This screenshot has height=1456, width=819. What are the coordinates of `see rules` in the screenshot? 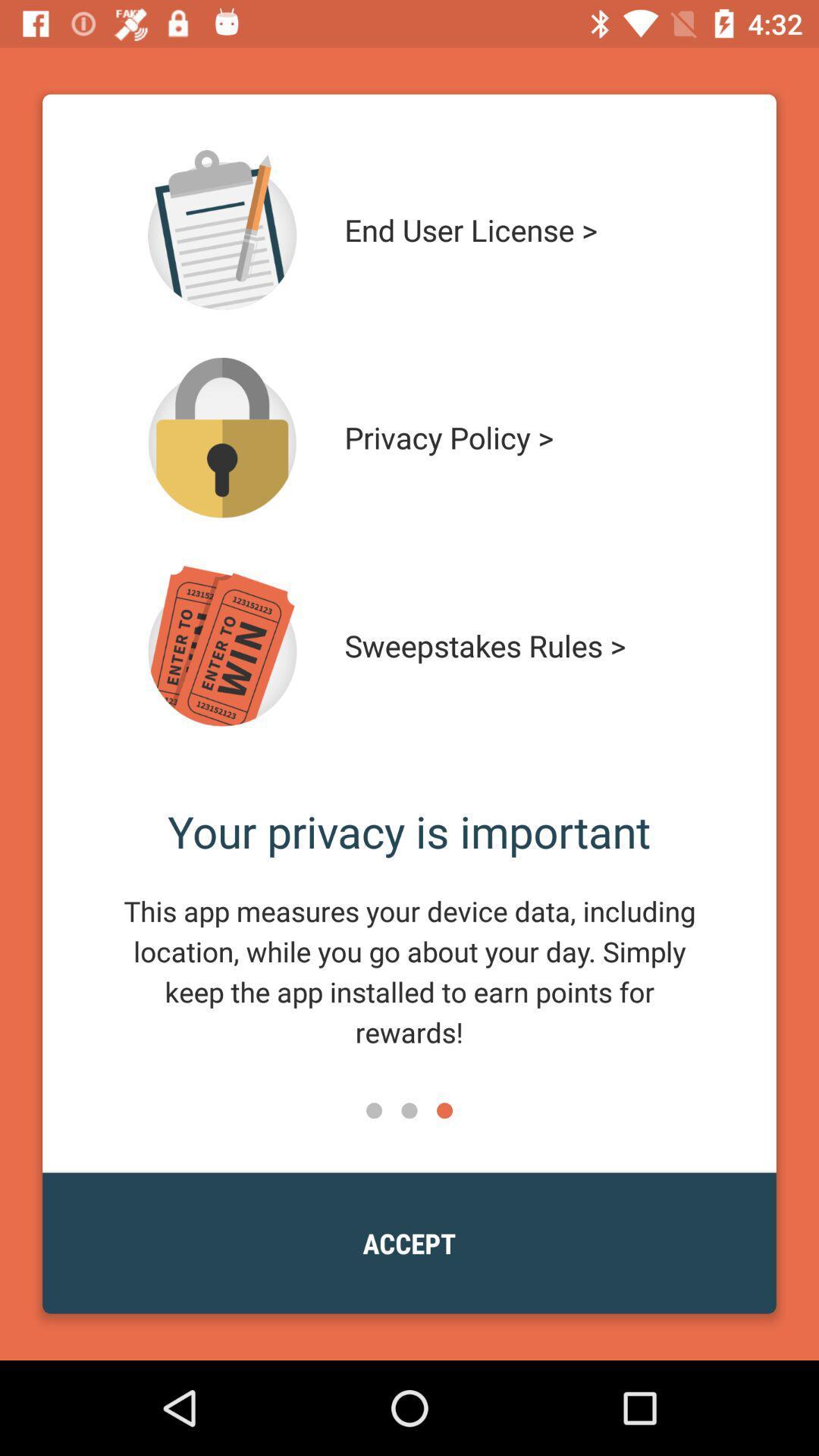 It's located at (222, 645).